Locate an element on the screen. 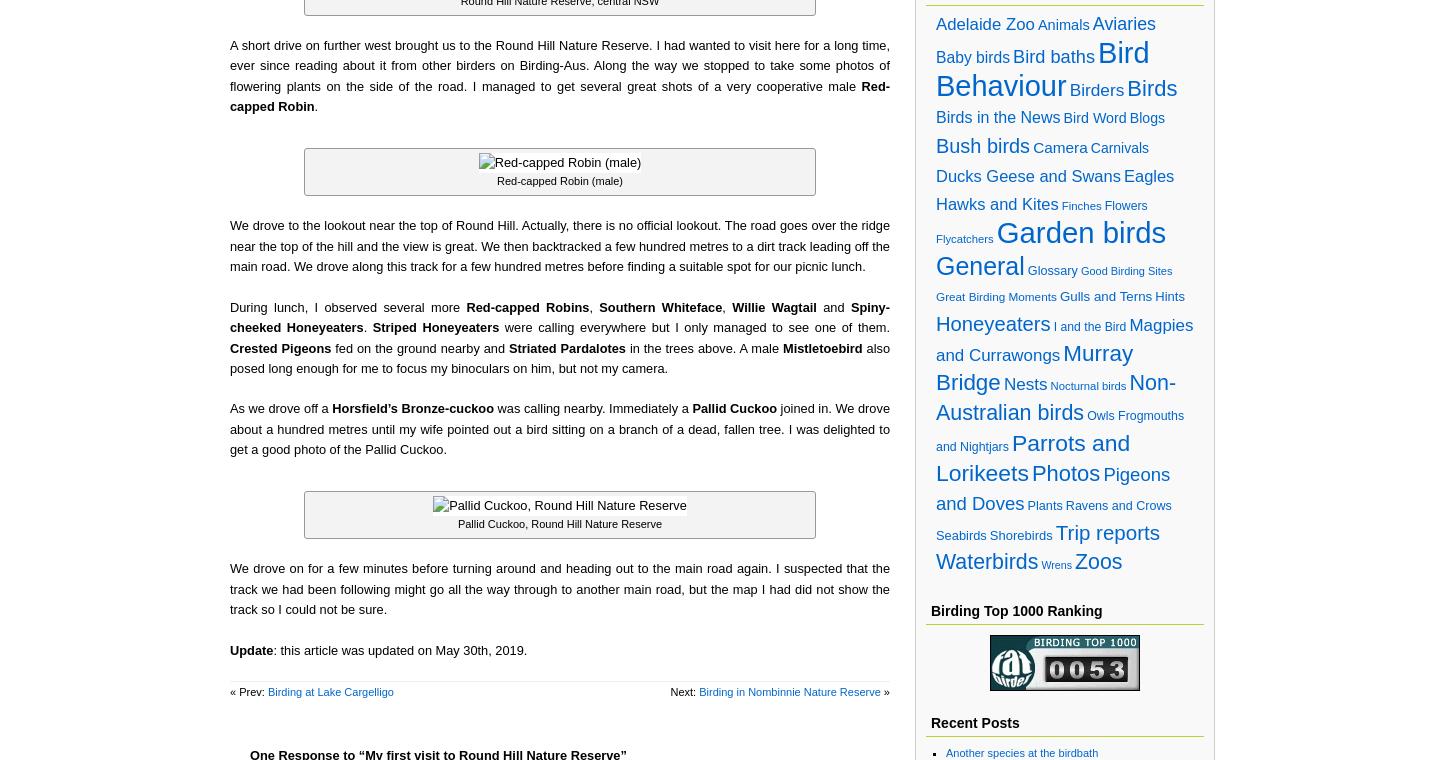 This screenshot has height=760, width=1440. 'As we drove off a' is located at coordinates (279, 407).